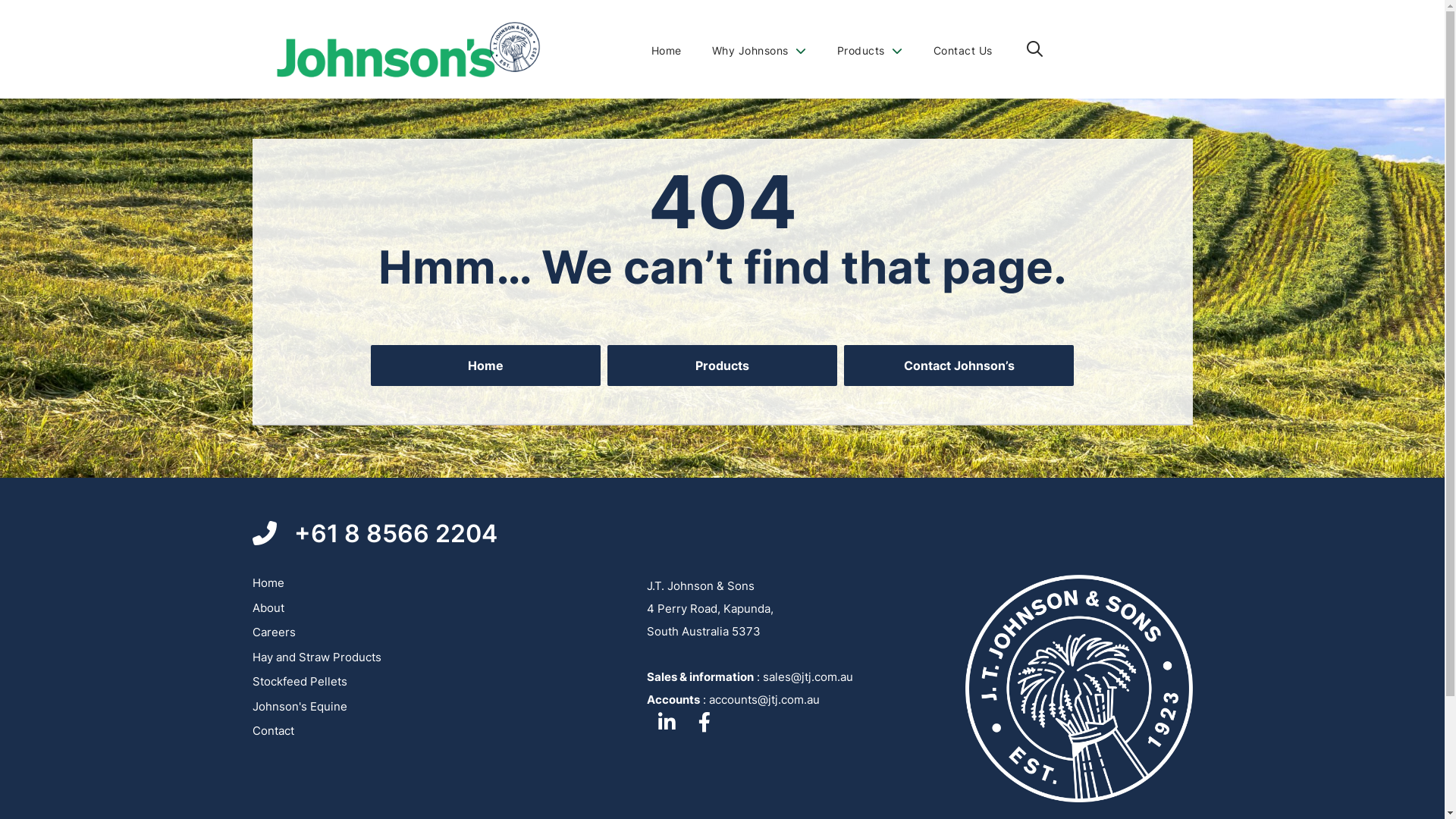 This screenshot has height=819, width=1456. I want to click on 'Hay and Straw Products', so click(315, 656).